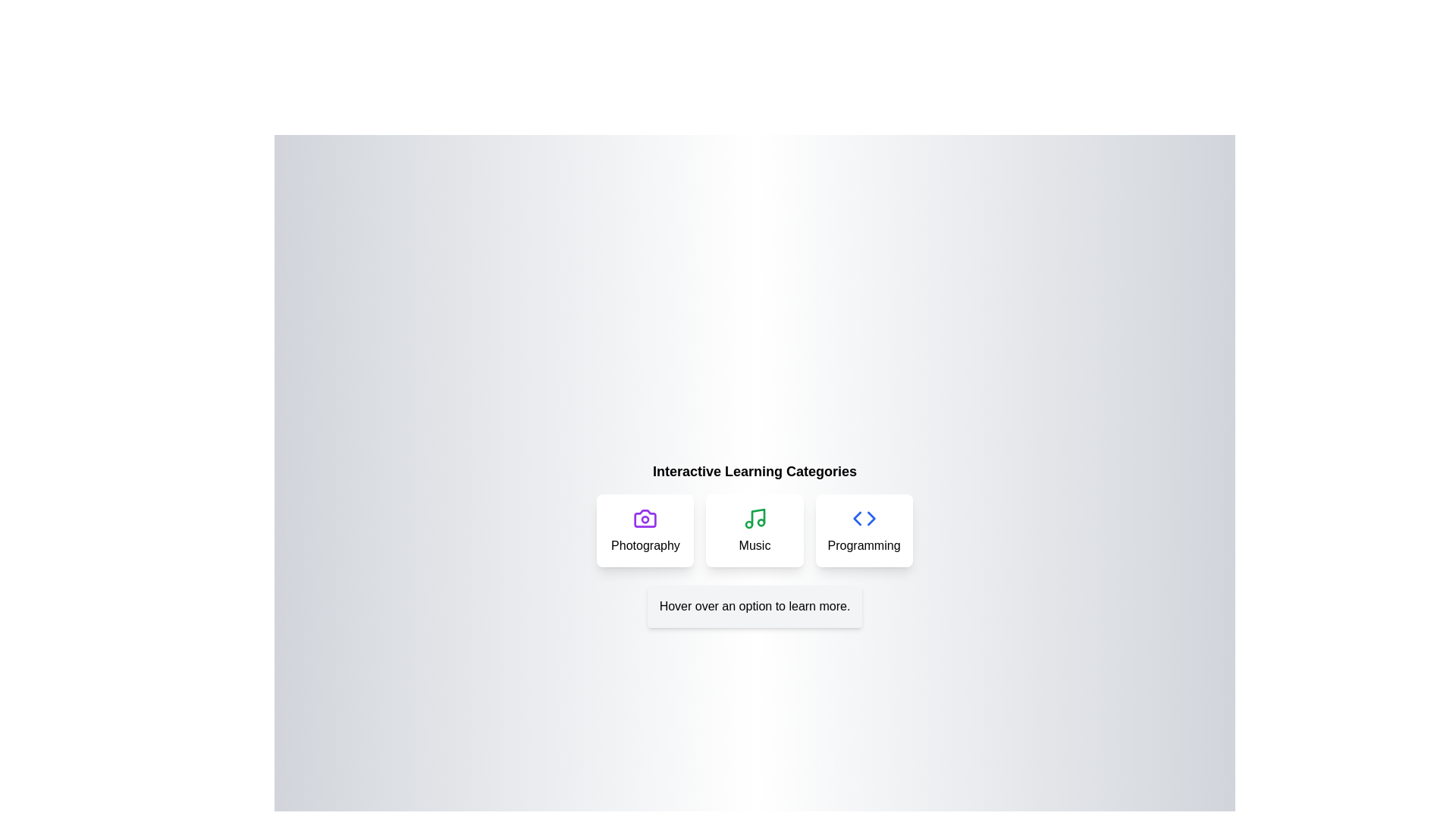  I want to click on the vertical line representing the stem of the musical note icon, which is located to the left of the text 'Music' in the interactive interface, so click(758, 516).